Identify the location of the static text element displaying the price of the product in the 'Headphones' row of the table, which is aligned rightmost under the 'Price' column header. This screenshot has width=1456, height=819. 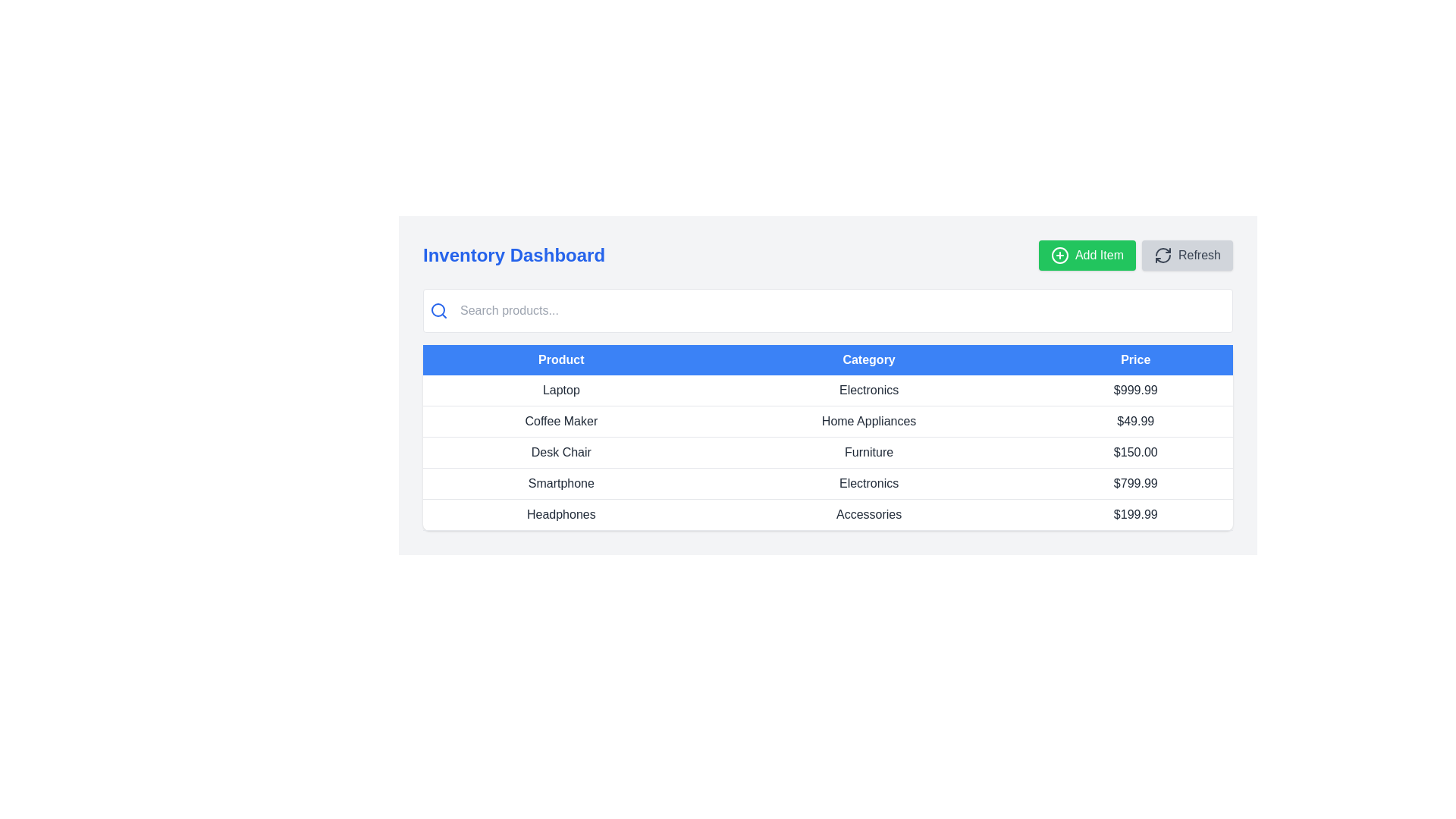
(1135, 513).